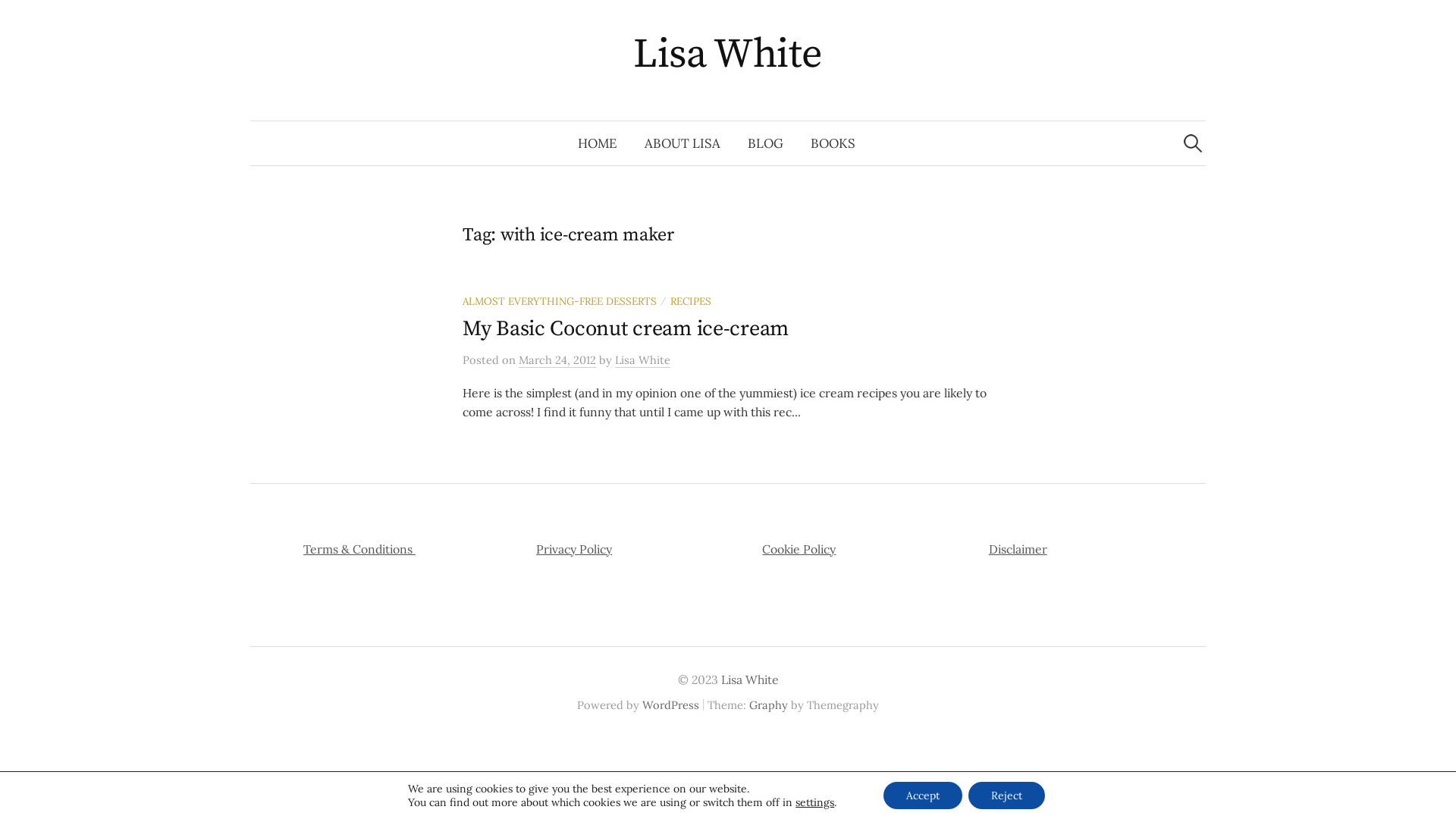  Describe the element at coordinates (670, 704) in the screenshot. I see `'WordPress'` at that location.